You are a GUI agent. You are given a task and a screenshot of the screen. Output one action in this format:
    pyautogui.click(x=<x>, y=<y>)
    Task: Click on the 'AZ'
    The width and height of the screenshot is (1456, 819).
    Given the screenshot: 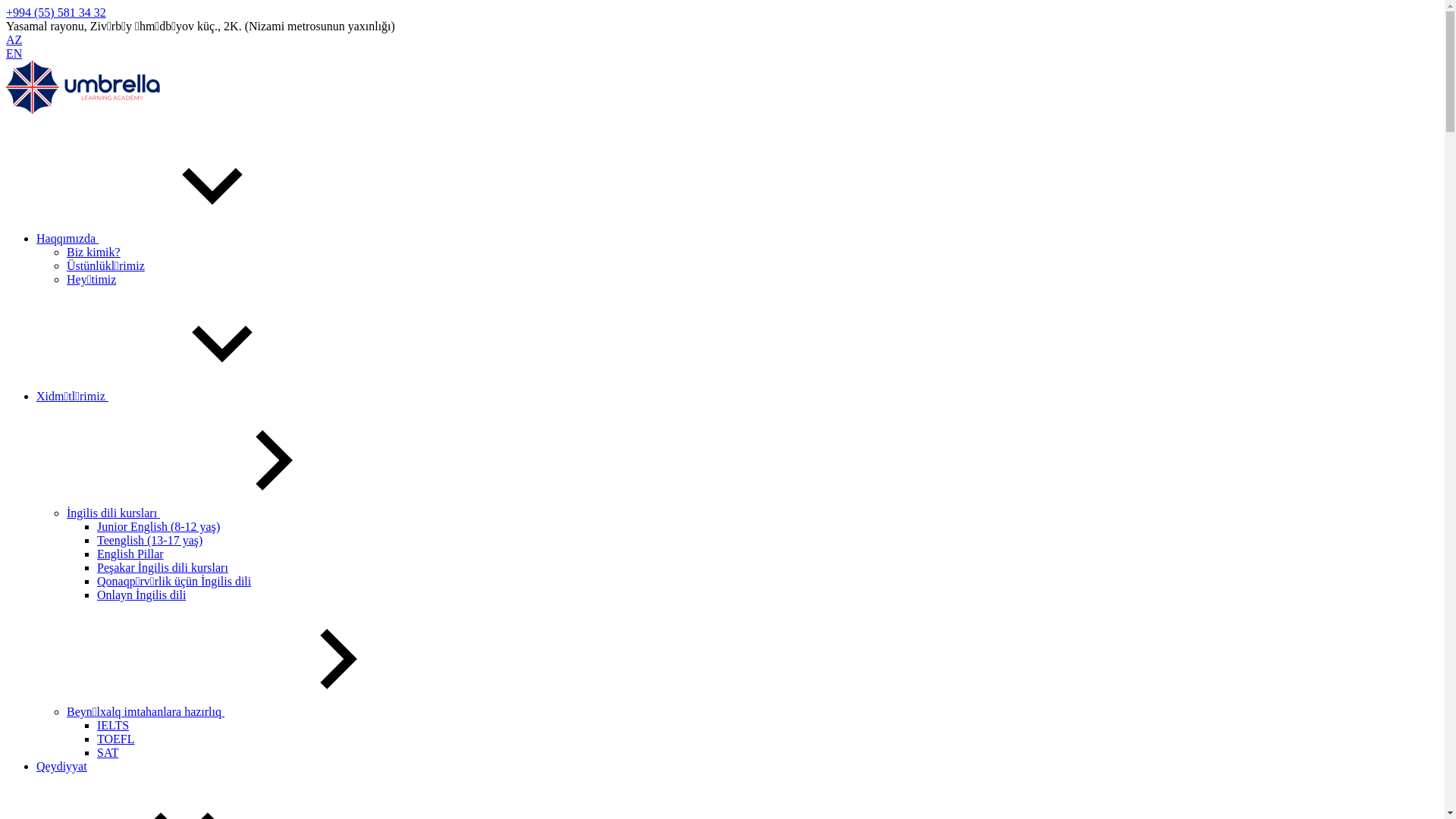 What is the action you would take?
    pyautogui.click(x=14, y=39)
    